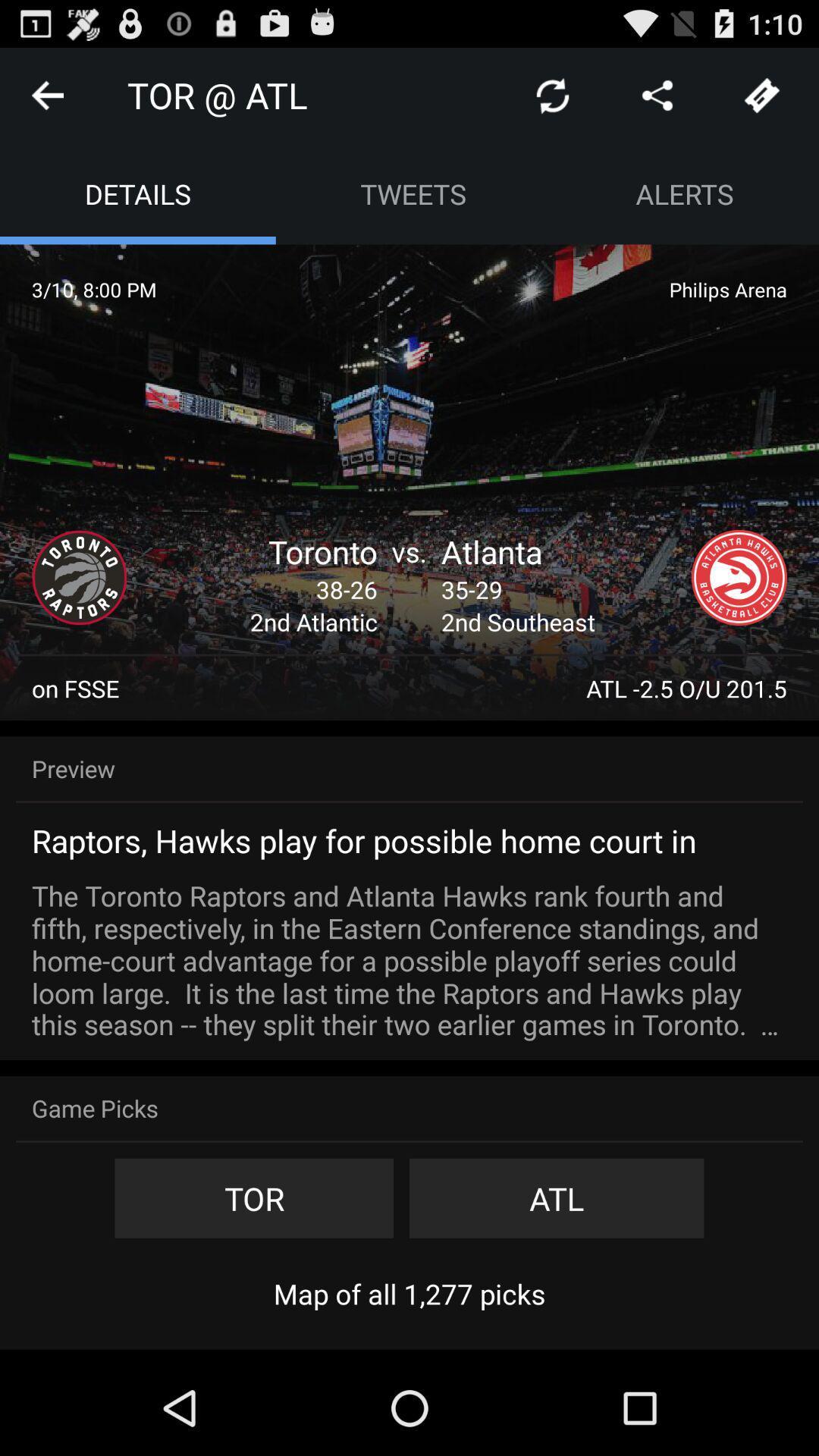  What do you see at coordinates (762, 94) in the screenshot?
I see `tickets` at bounding box center [762, 94].